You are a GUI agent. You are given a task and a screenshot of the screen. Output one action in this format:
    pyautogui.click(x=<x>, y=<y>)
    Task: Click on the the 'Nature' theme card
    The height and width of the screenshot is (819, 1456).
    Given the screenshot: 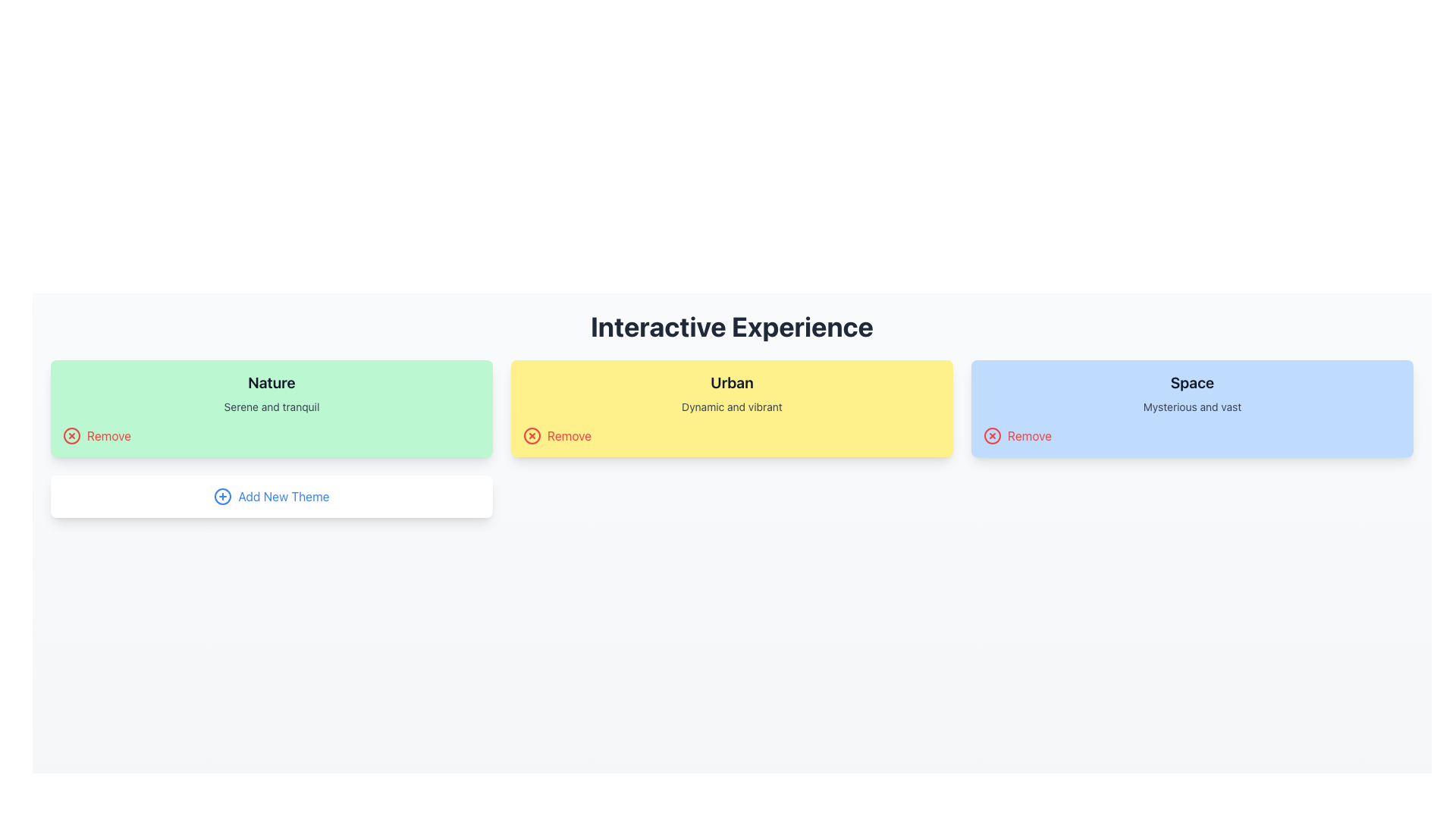 What is the action you would take?
    pyautogui.click(x=271, y=408)
    